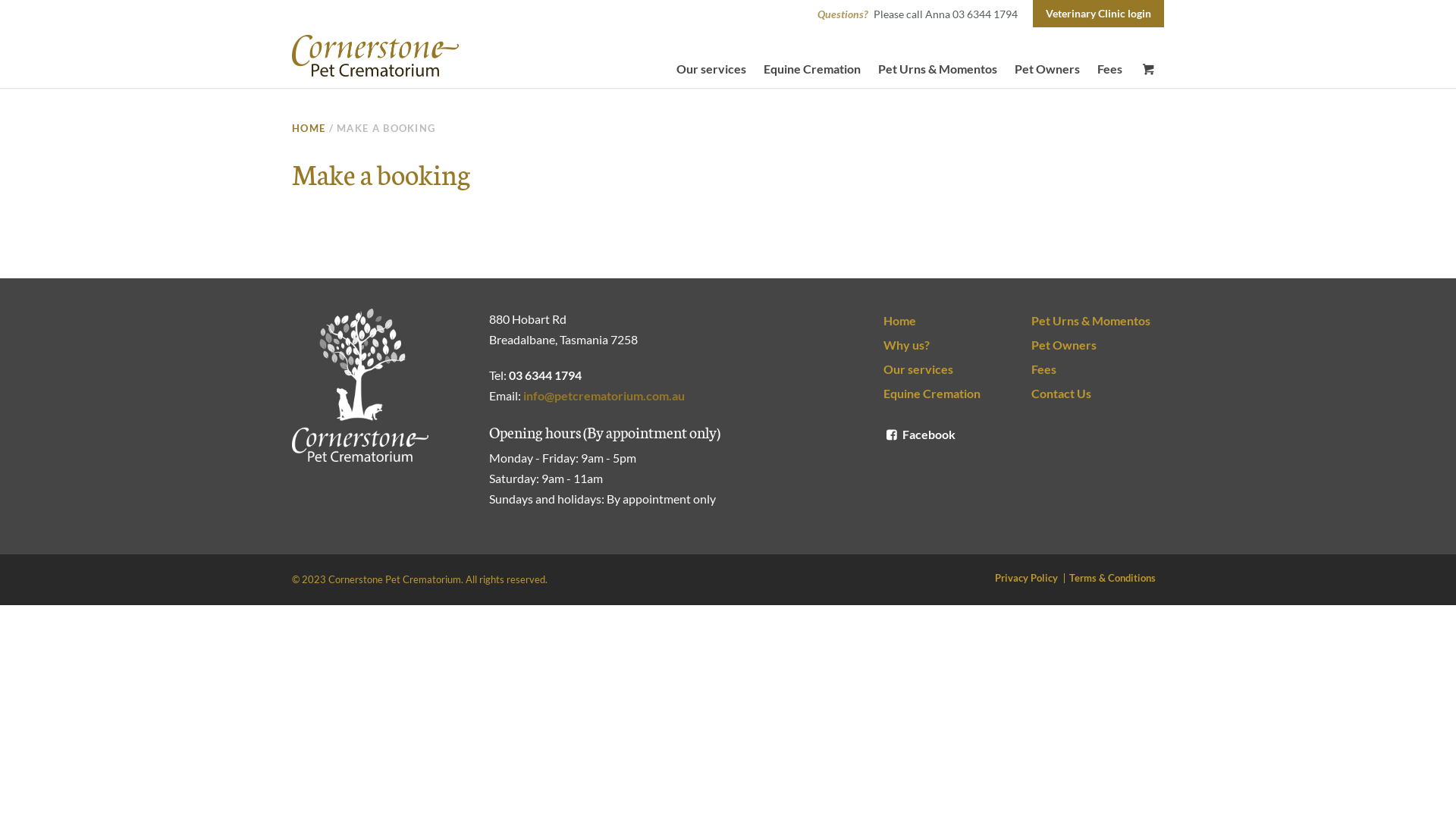  I want to click on 'Facebook', so click(883, 434).